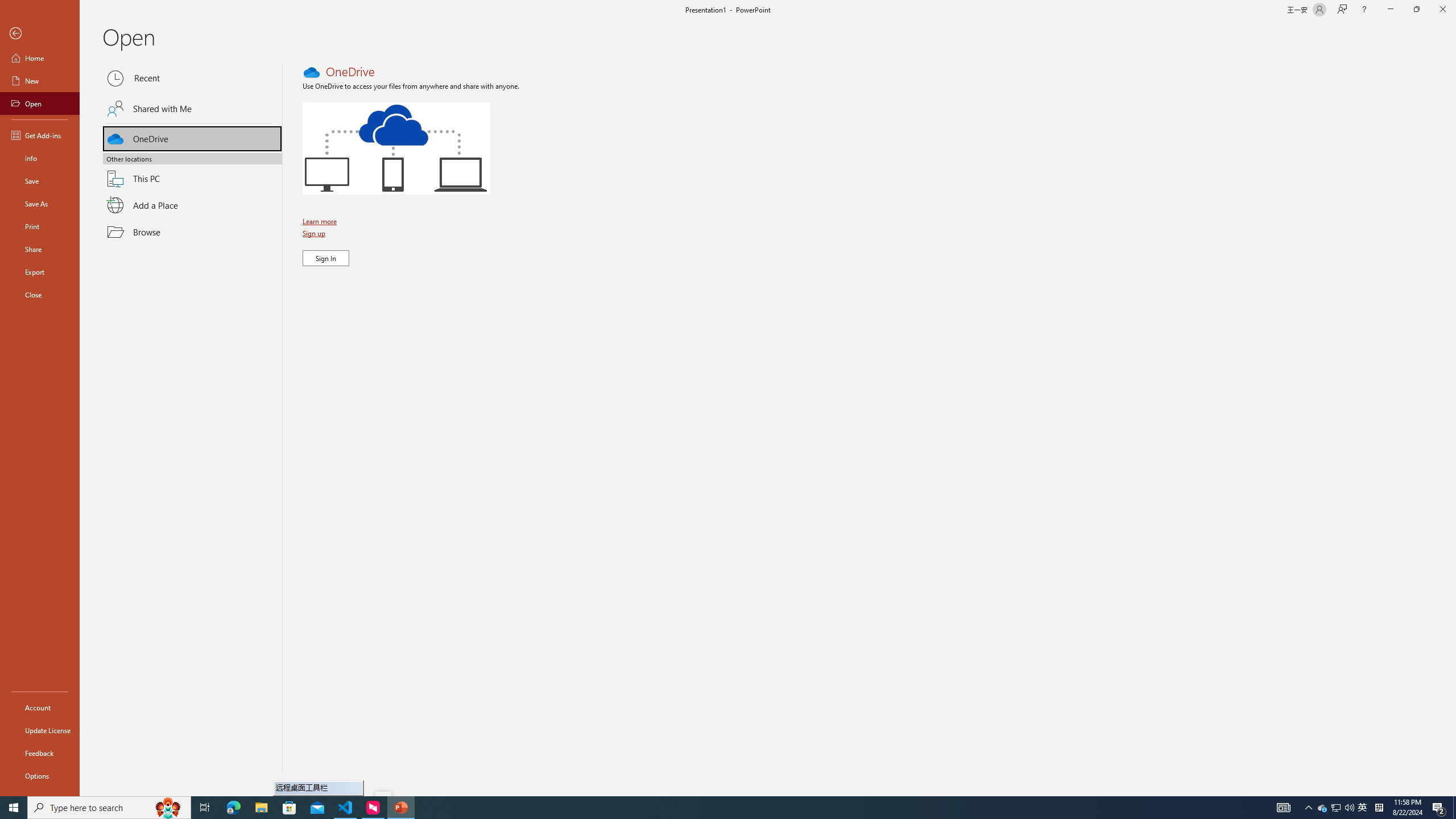 This screenshot has height=819, width=1456. I want to click on 'Browse', so click(192, 231).